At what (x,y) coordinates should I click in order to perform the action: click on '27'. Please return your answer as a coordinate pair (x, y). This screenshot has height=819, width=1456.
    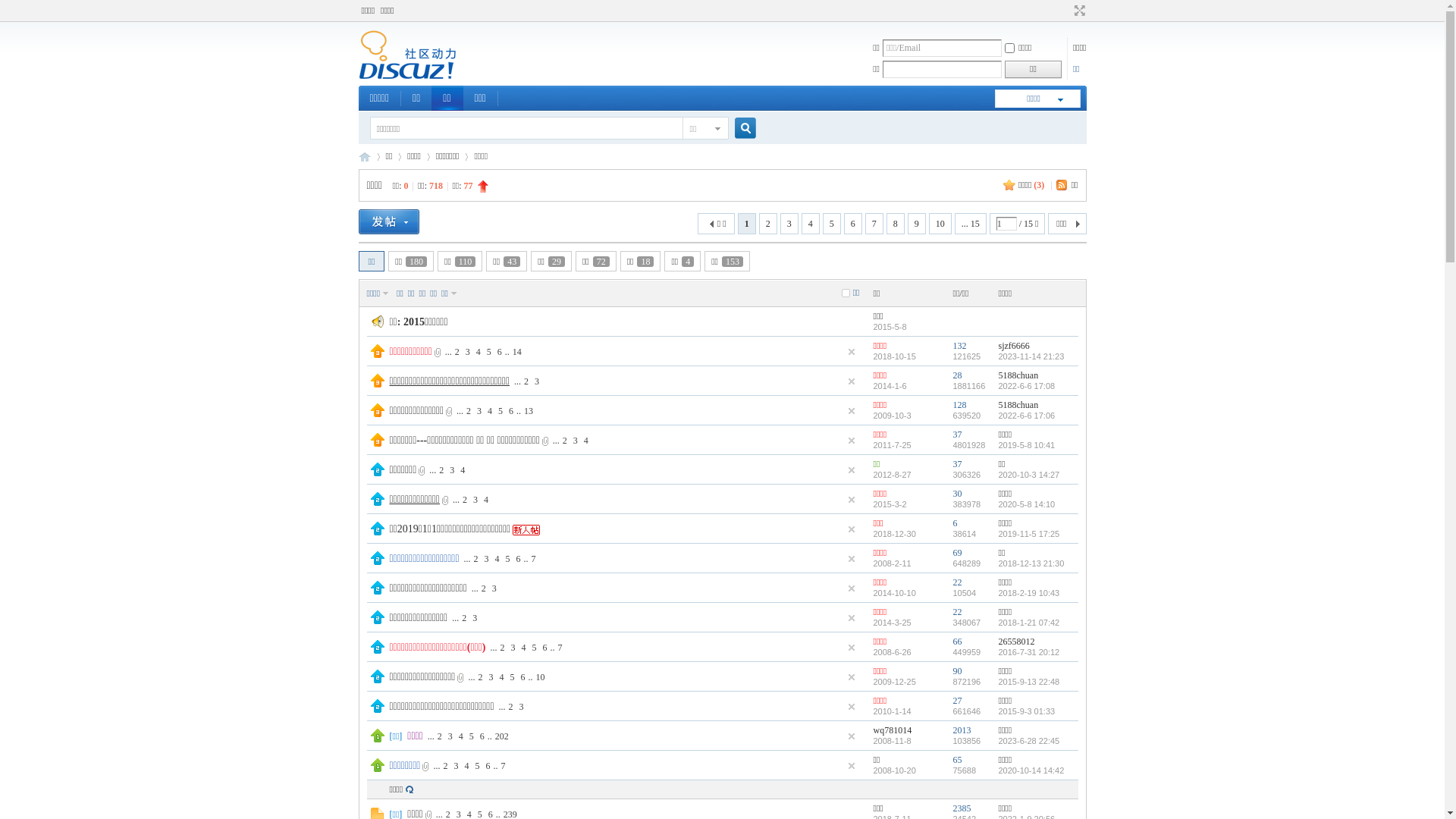
    Looking at the image, I should click on (956, 701).